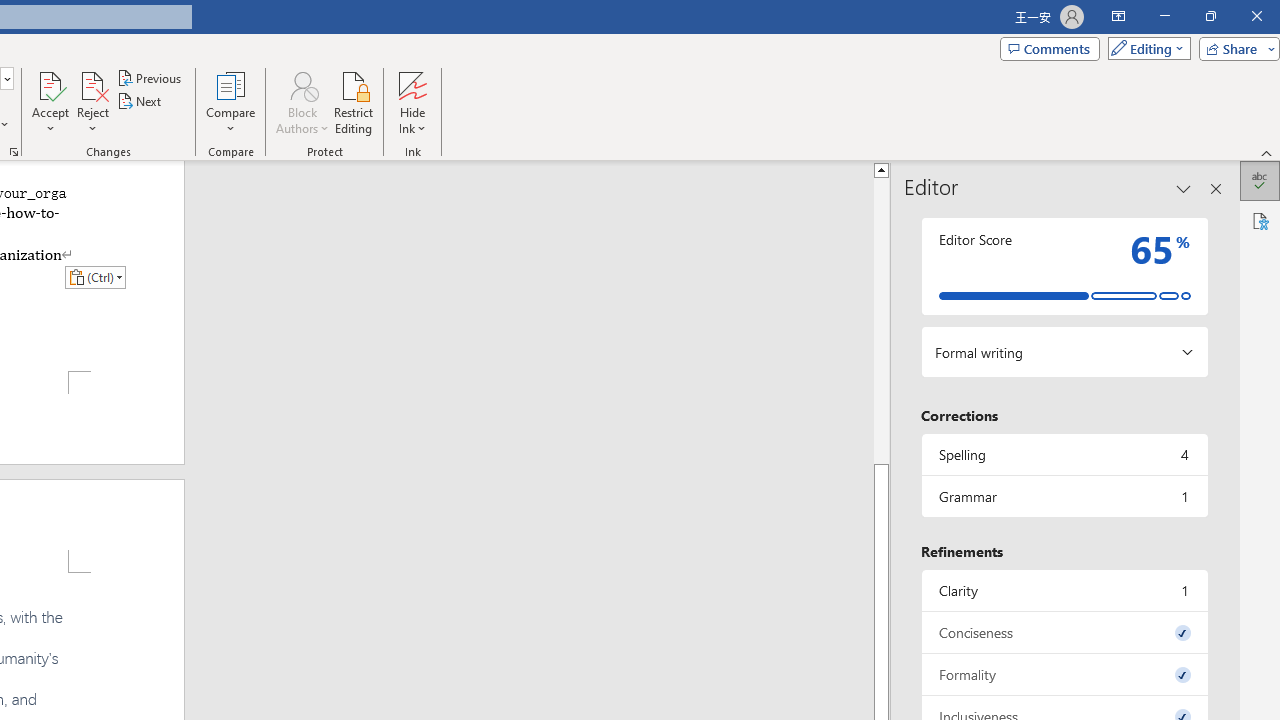 Image resolution: width=1280 pixels, height=720 pixels. What do you see at coordinates (880, 168) in the screenshot?
I see `'Line up'` at bounding box center [880, 168].